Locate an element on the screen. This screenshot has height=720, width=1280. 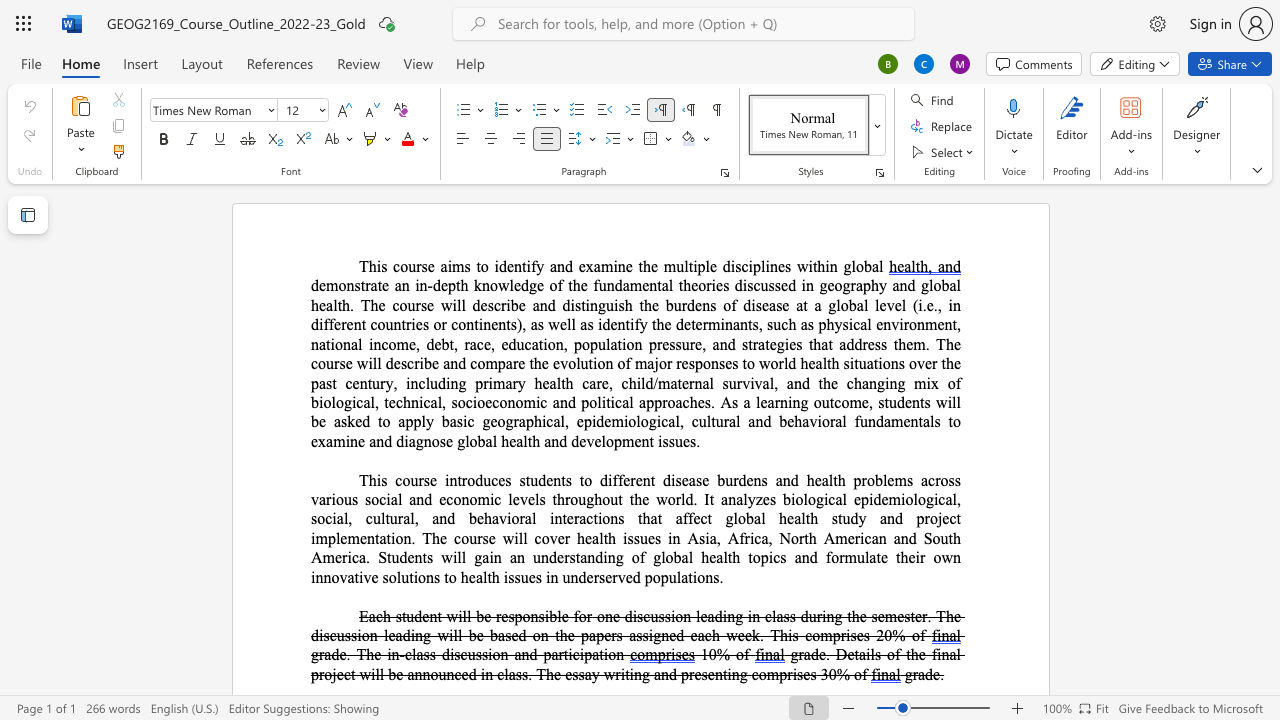
the space between the continuous character "i" and "s" in the text is located at coordinates (381, 265).